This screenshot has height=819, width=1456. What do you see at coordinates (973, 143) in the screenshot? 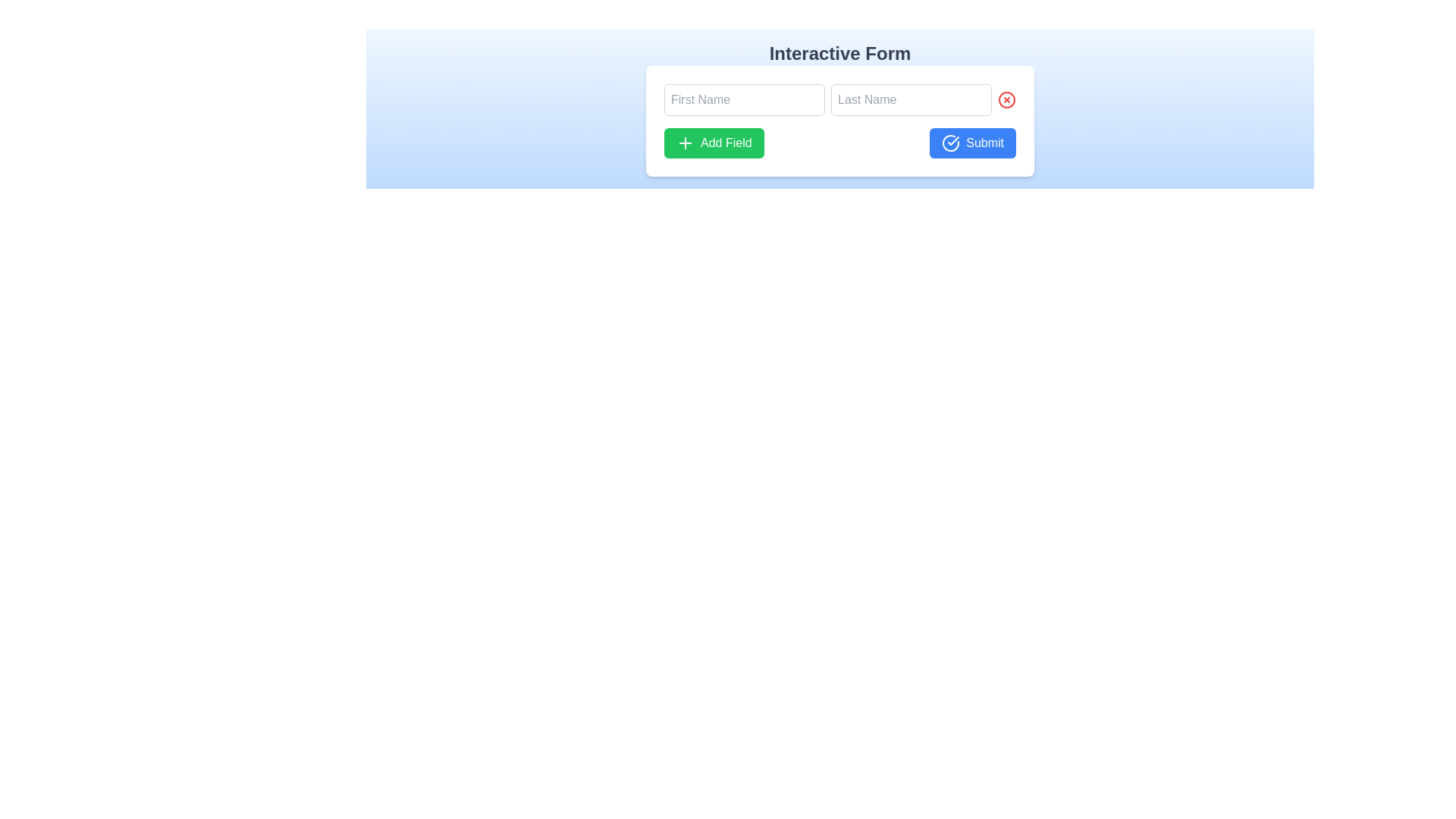
I see `the blue rectangular button labeled 'Submit'` at bounding box center [973, 143].